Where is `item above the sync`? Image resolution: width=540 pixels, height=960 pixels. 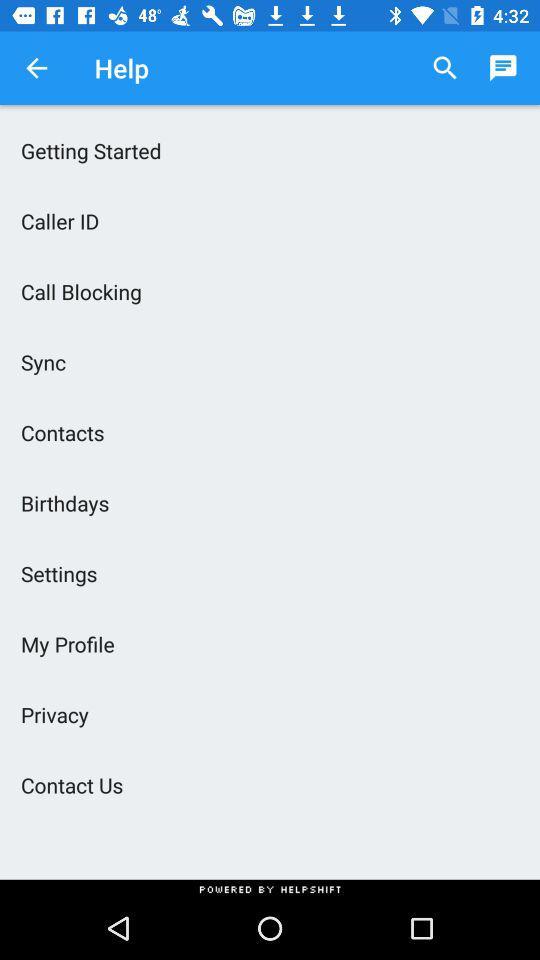
item above the sync is located at coordinates (270, 290).